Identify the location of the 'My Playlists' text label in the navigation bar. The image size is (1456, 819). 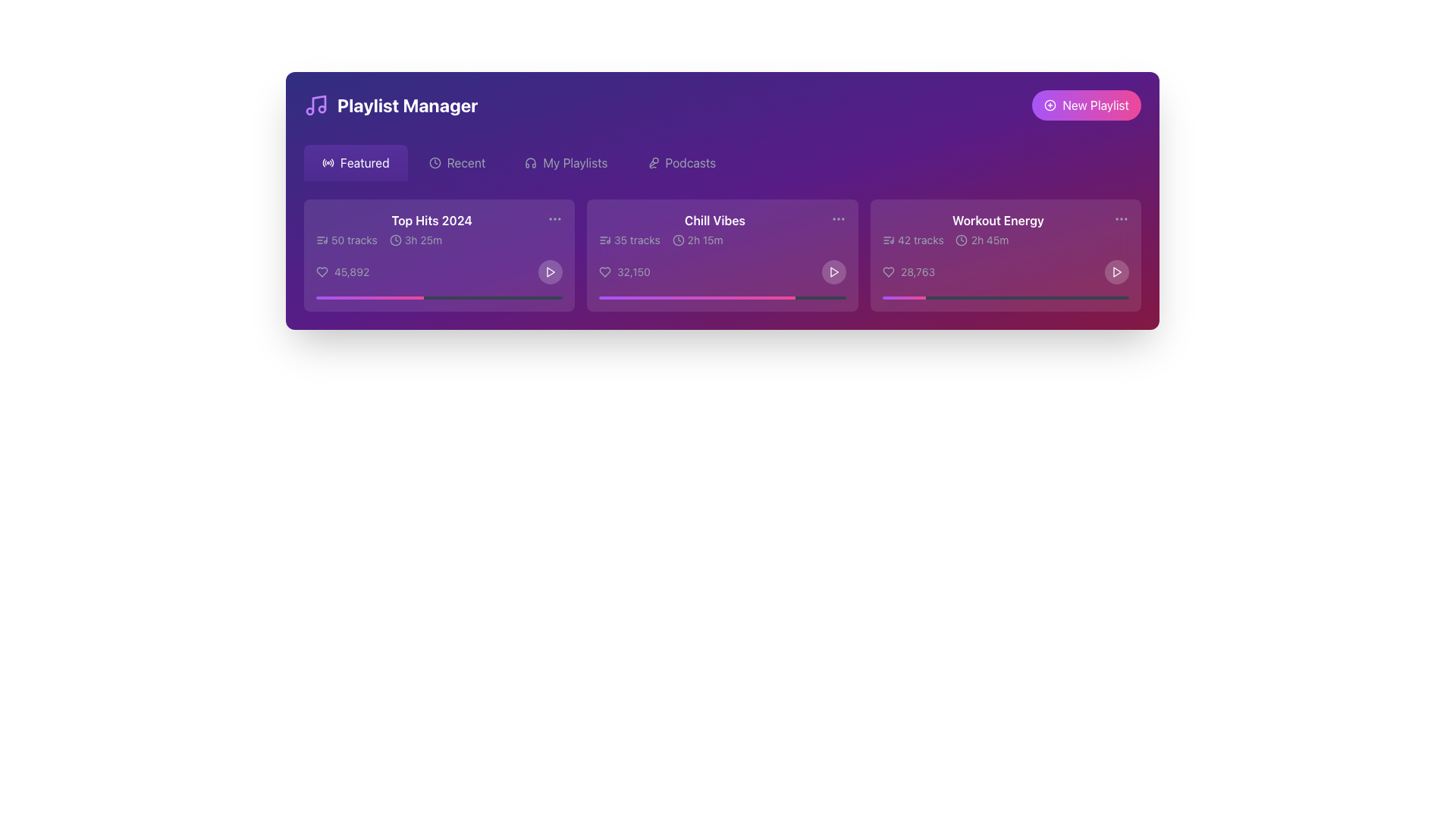
(574, 163).